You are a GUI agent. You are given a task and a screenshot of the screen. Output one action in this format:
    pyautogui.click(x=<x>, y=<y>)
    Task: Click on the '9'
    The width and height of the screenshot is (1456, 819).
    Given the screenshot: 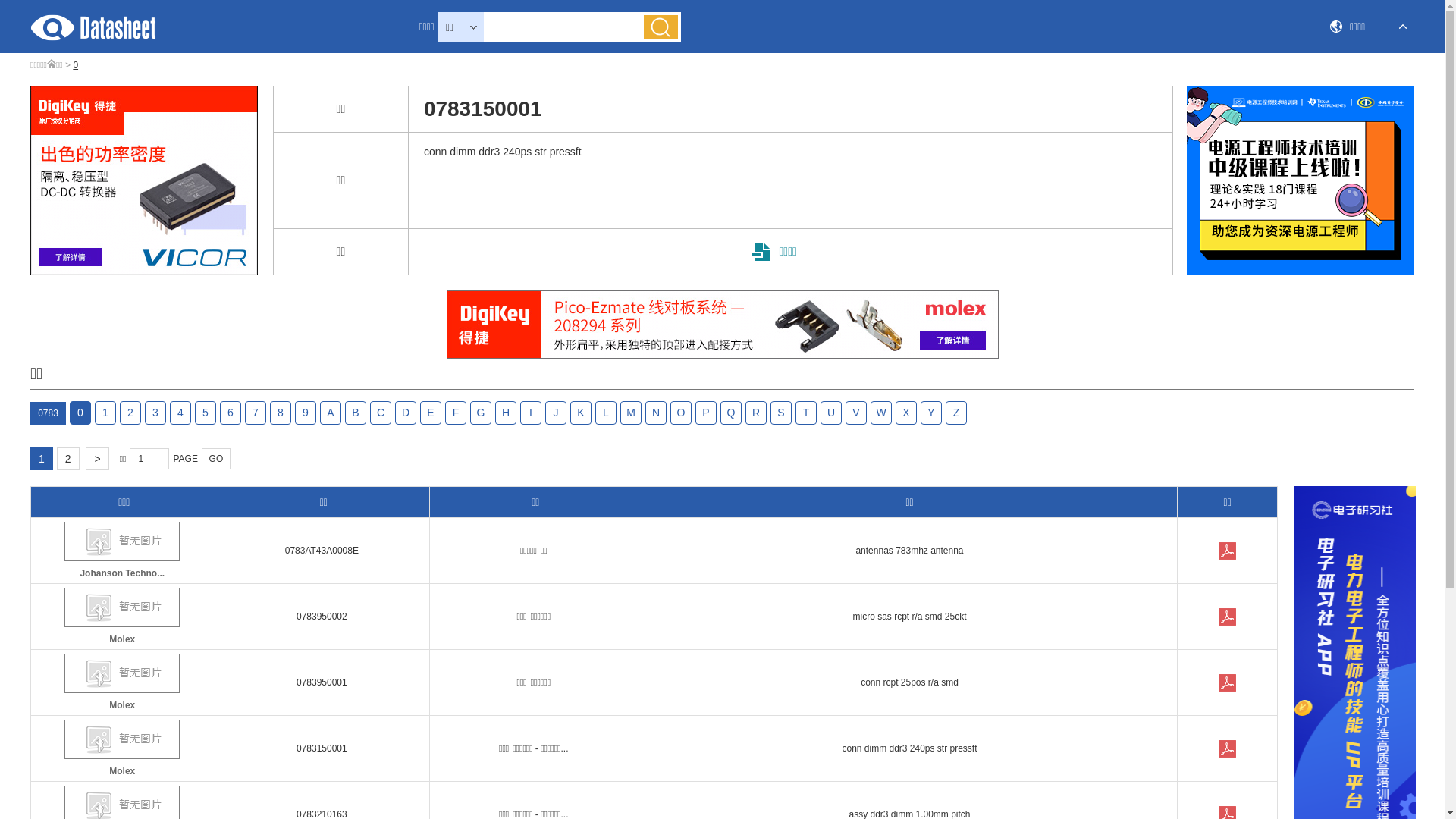 What is the action you would take?
    pyautogui.click(x=305, y=413)
    